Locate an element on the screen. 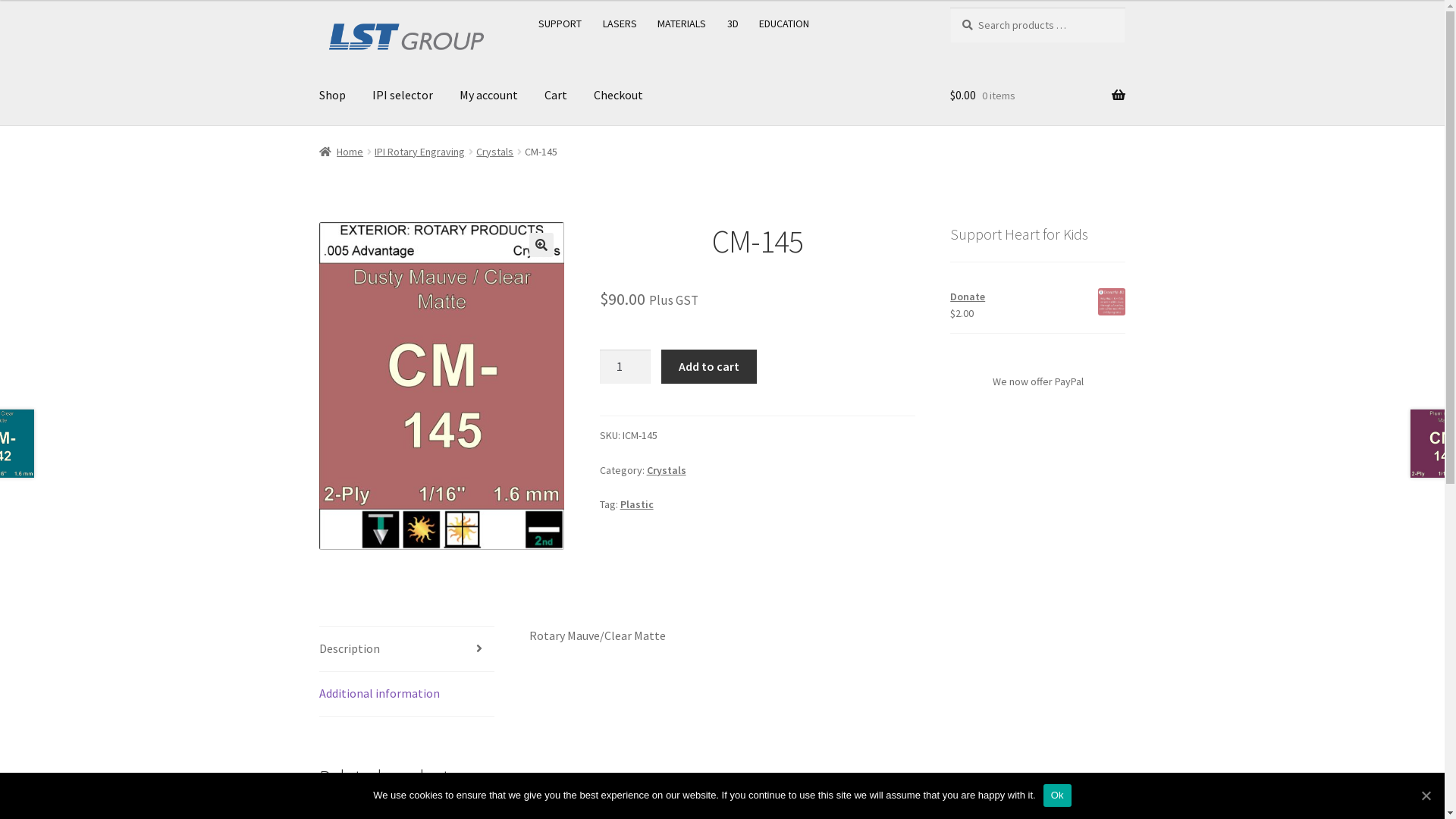 The height and width of the screenshot is (819, 1456). '3D' is located at coordinates (733, 23).